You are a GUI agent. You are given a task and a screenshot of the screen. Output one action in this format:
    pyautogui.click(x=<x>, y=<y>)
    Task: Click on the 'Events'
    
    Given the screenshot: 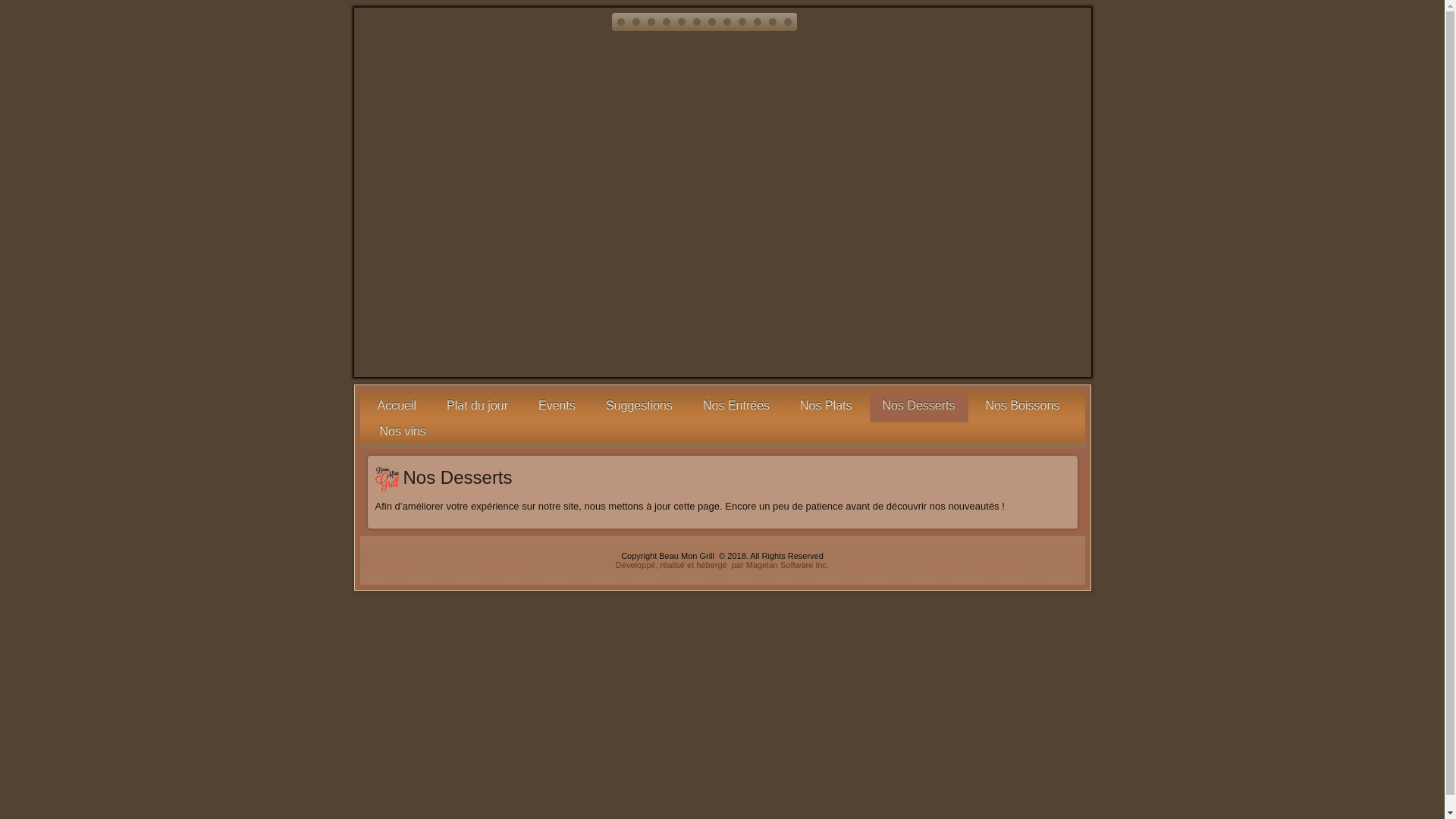 What is the action you would take?
    pyautogui.click(x=525, y=405)
    